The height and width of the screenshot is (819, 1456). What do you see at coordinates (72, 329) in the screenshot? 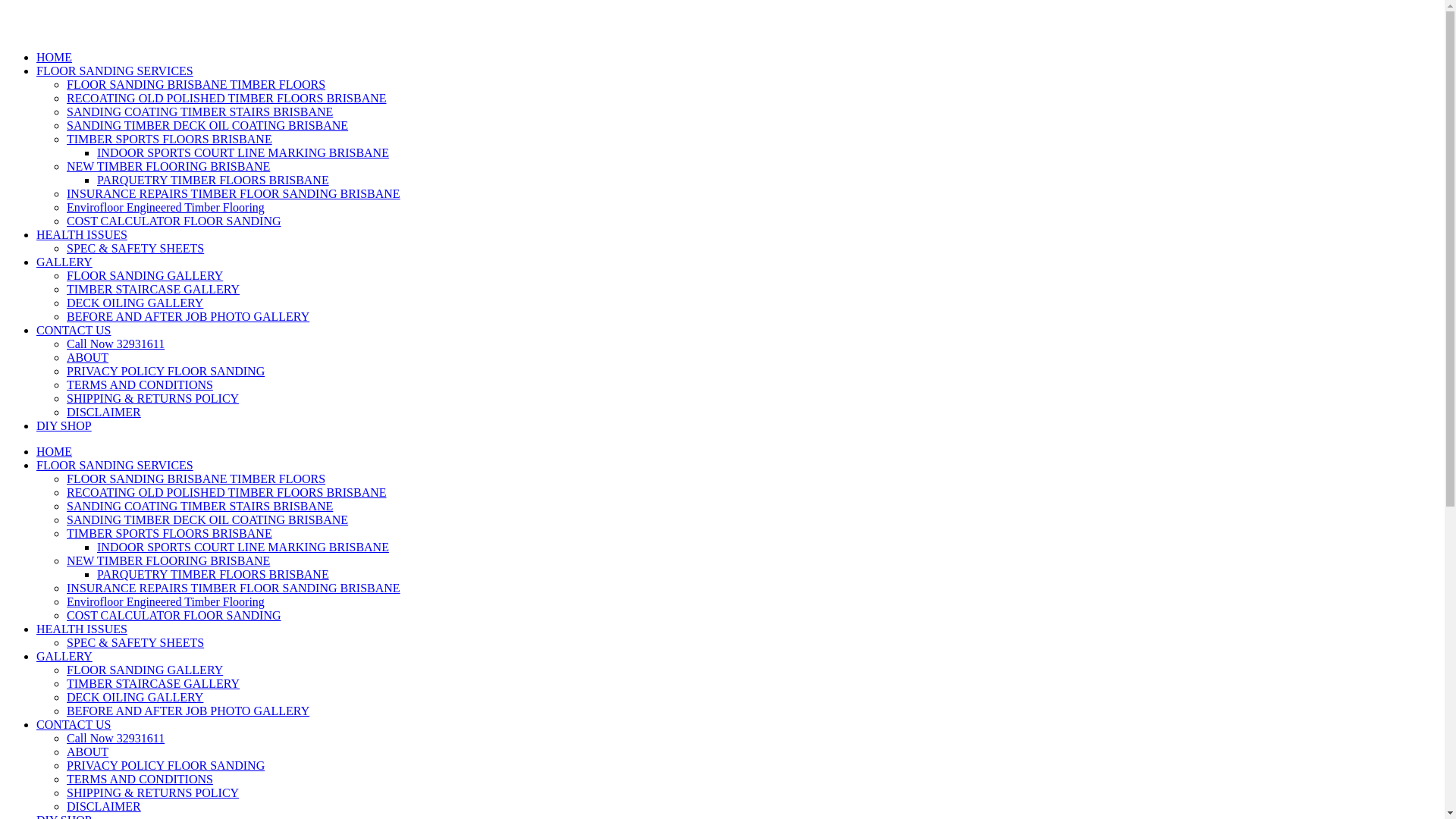
I see `'CONTACT US'` at bounding box center [72, 329].